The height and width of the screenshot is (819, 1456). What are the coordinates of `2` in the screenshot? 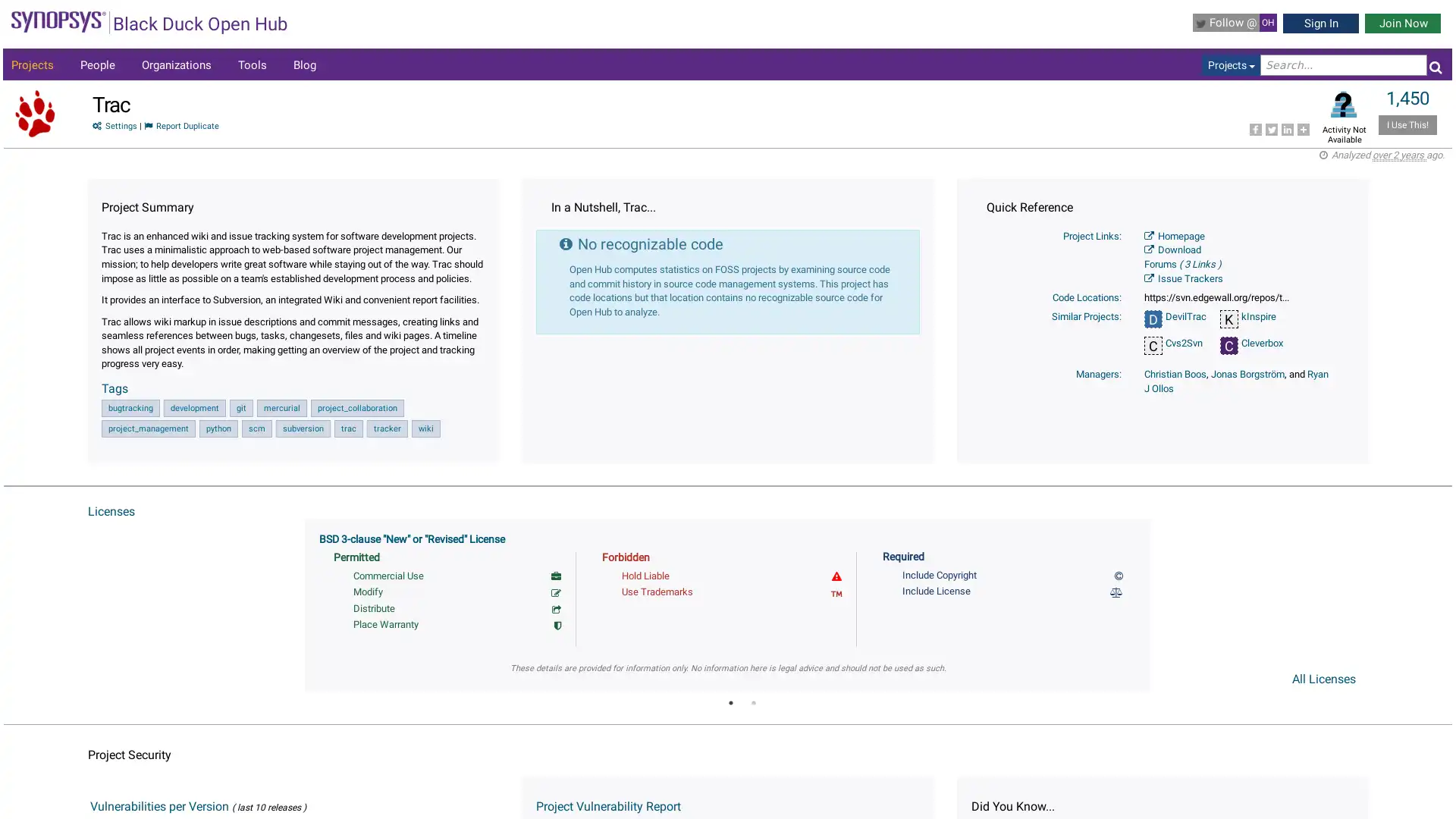 It's located at (753, 701).